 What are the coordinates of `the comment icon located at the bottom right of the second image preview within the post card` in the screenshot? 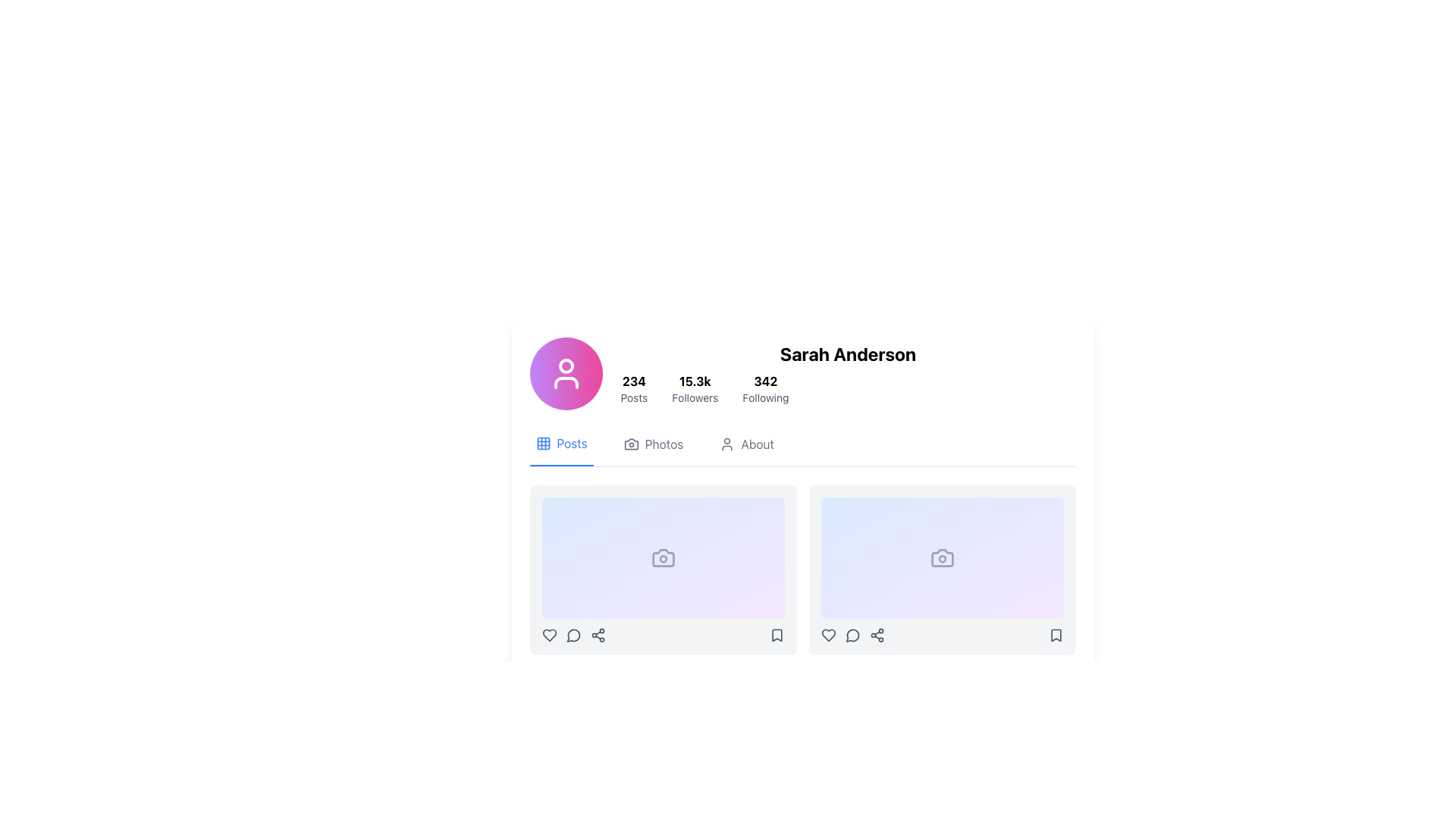 It's located at (852, 635).